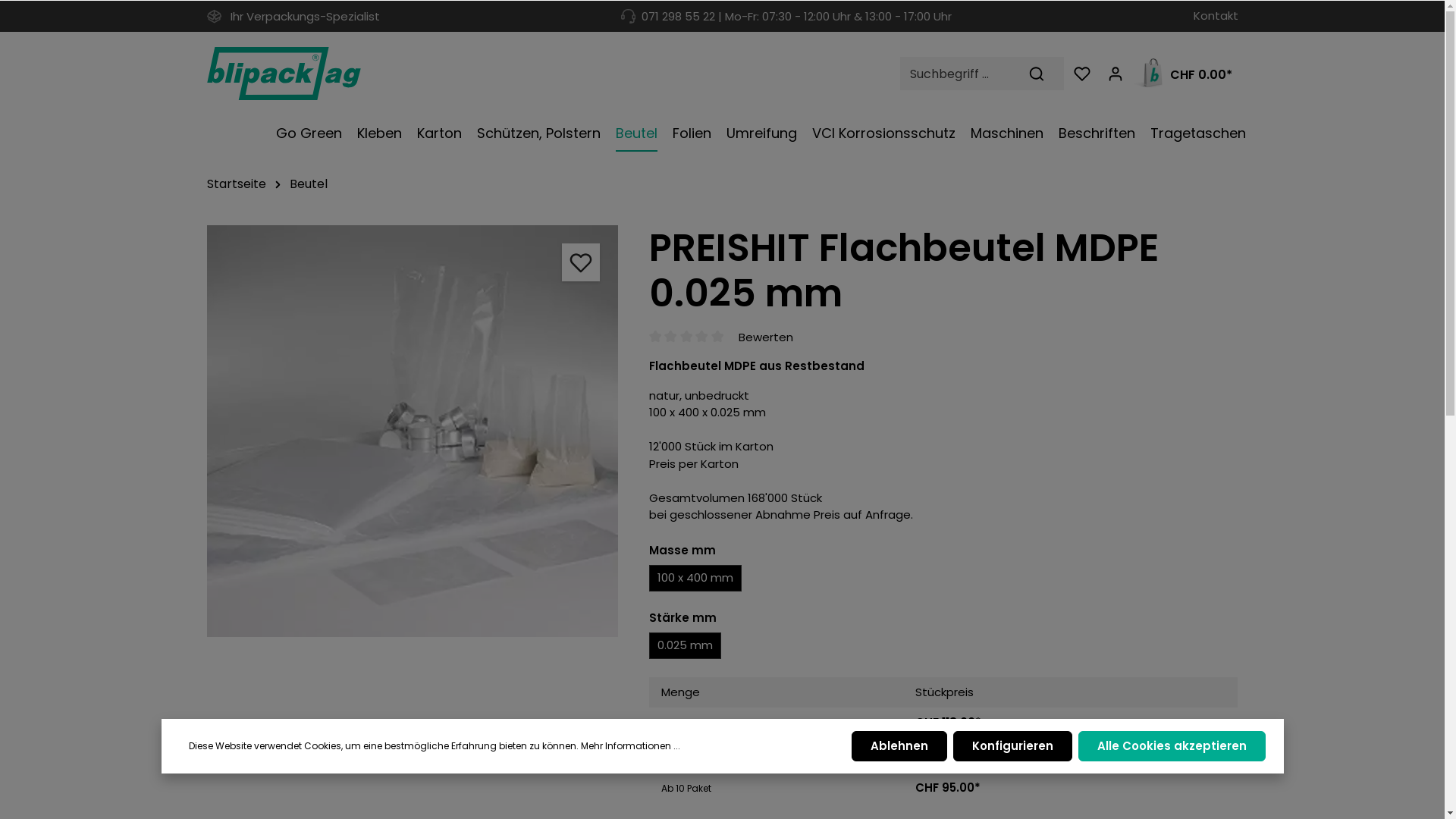 The image size is (1456, 819). What do you see at coordinates (1080, 73) in the screenshot?
I see `'Merkzettel'` at bounding box center [1080, 73].